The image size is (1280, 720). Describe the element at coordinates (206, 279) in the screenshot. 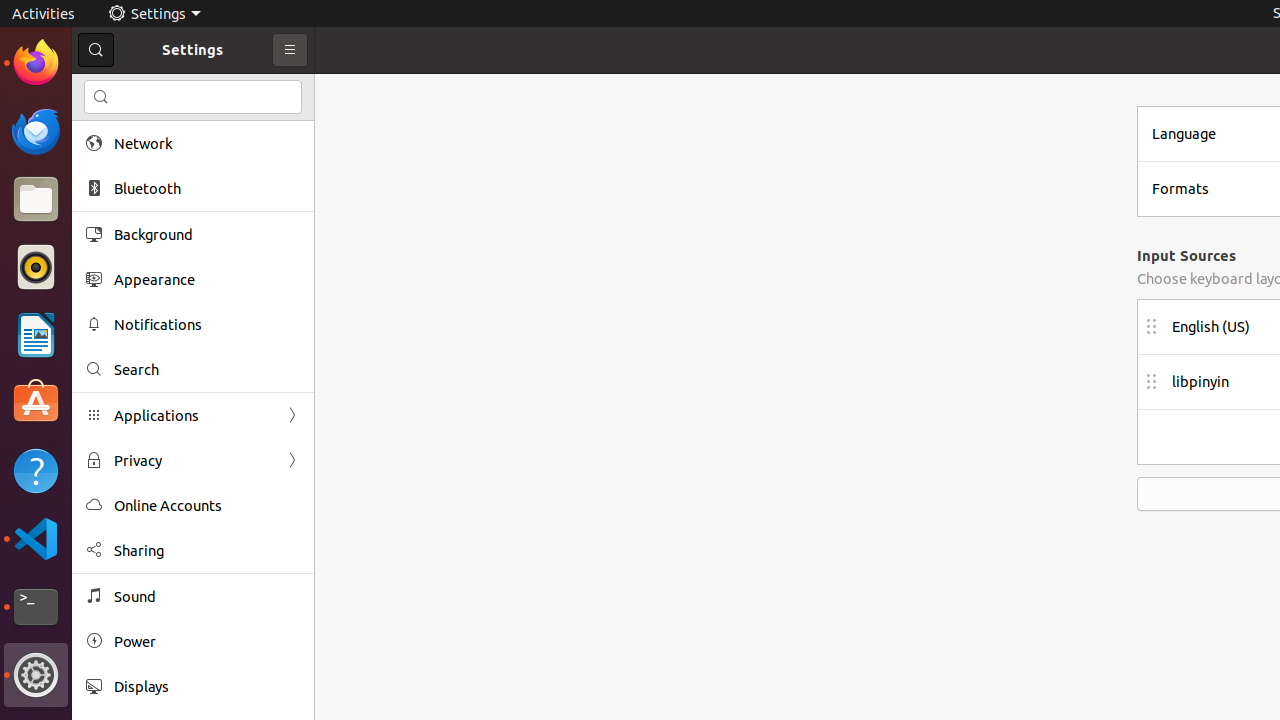

I see `'Appearance'` at that location.